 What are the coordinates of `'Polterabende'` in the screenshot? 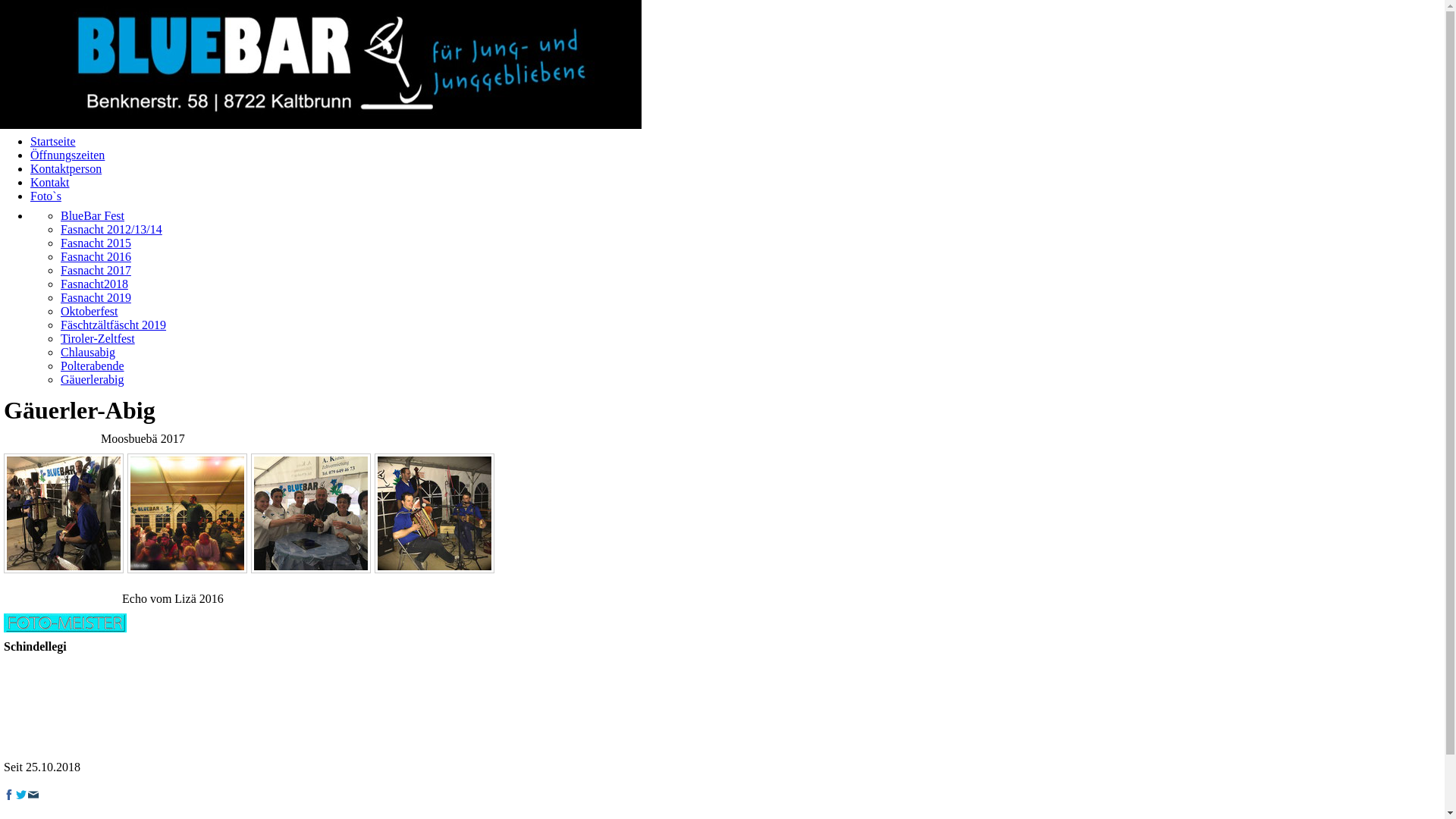 It's located at (91, 366).